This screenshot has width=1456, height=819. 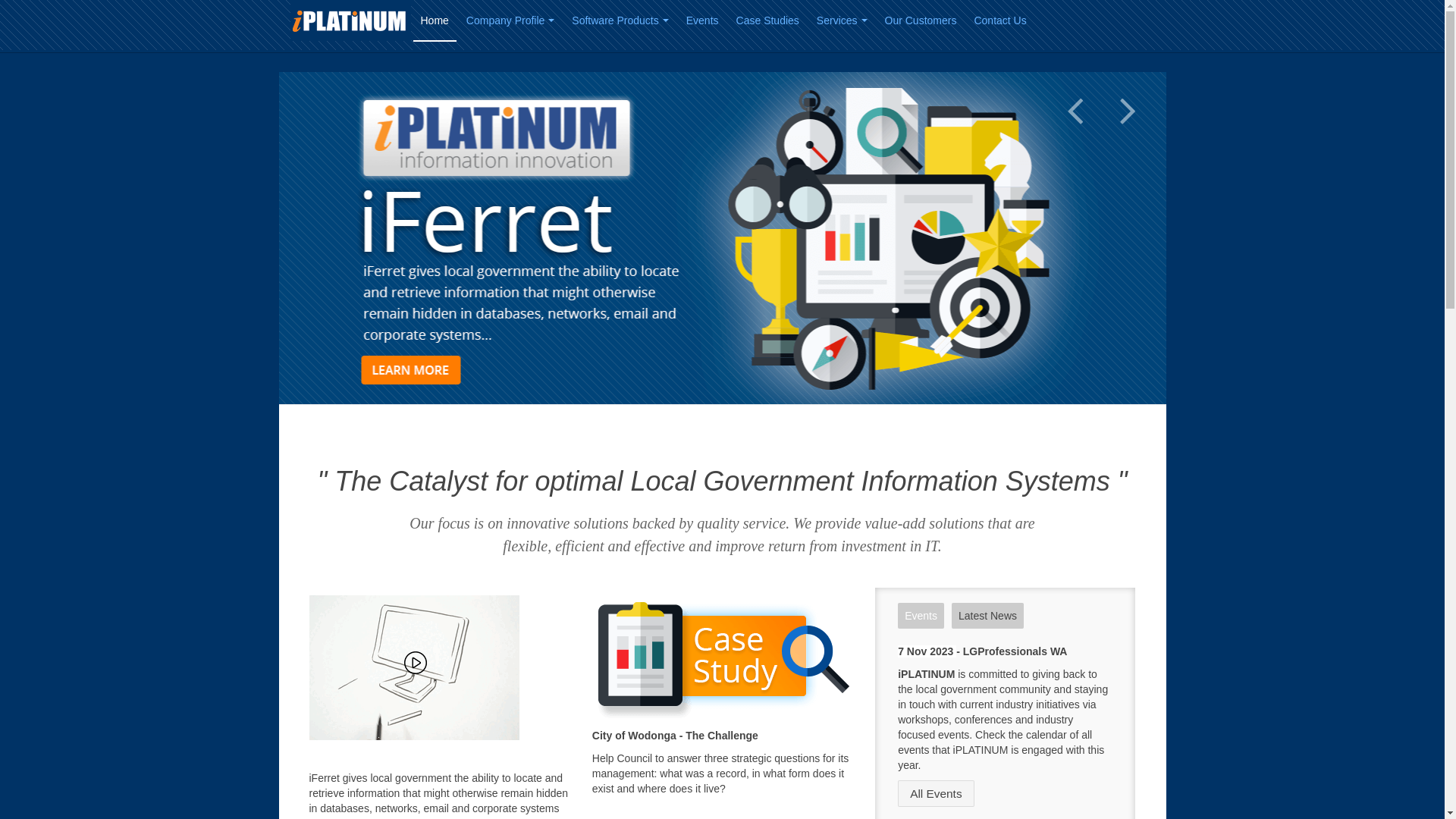 What do you see at coordinates (999, 20) in the screenshot?
I see `'Contact Us'` at bounding box center [999, 20].